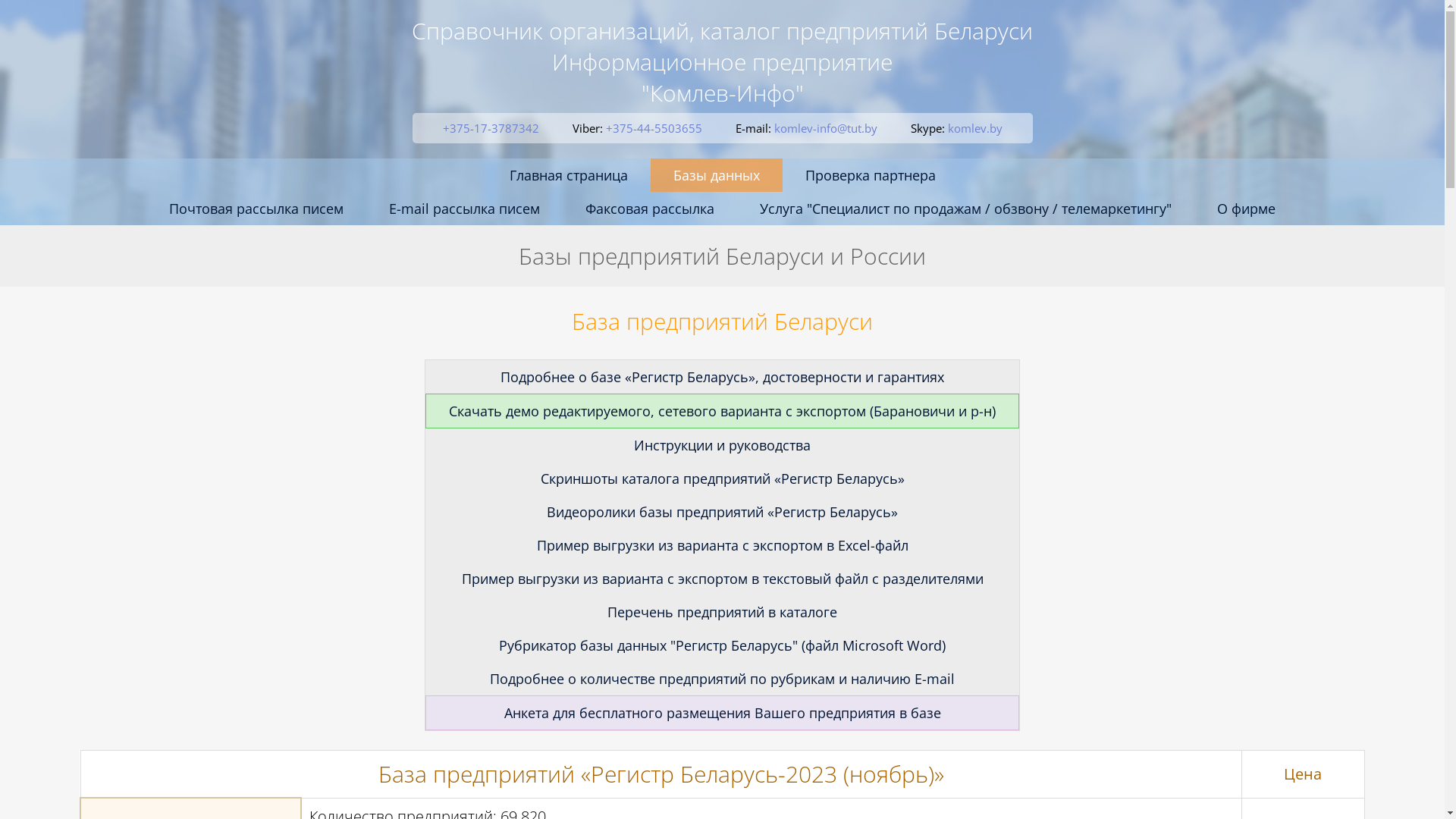  What do you see at coordinates (975, 127) in the screenshot?
I see `'komlev.by'` at bounding box center [975, 127].